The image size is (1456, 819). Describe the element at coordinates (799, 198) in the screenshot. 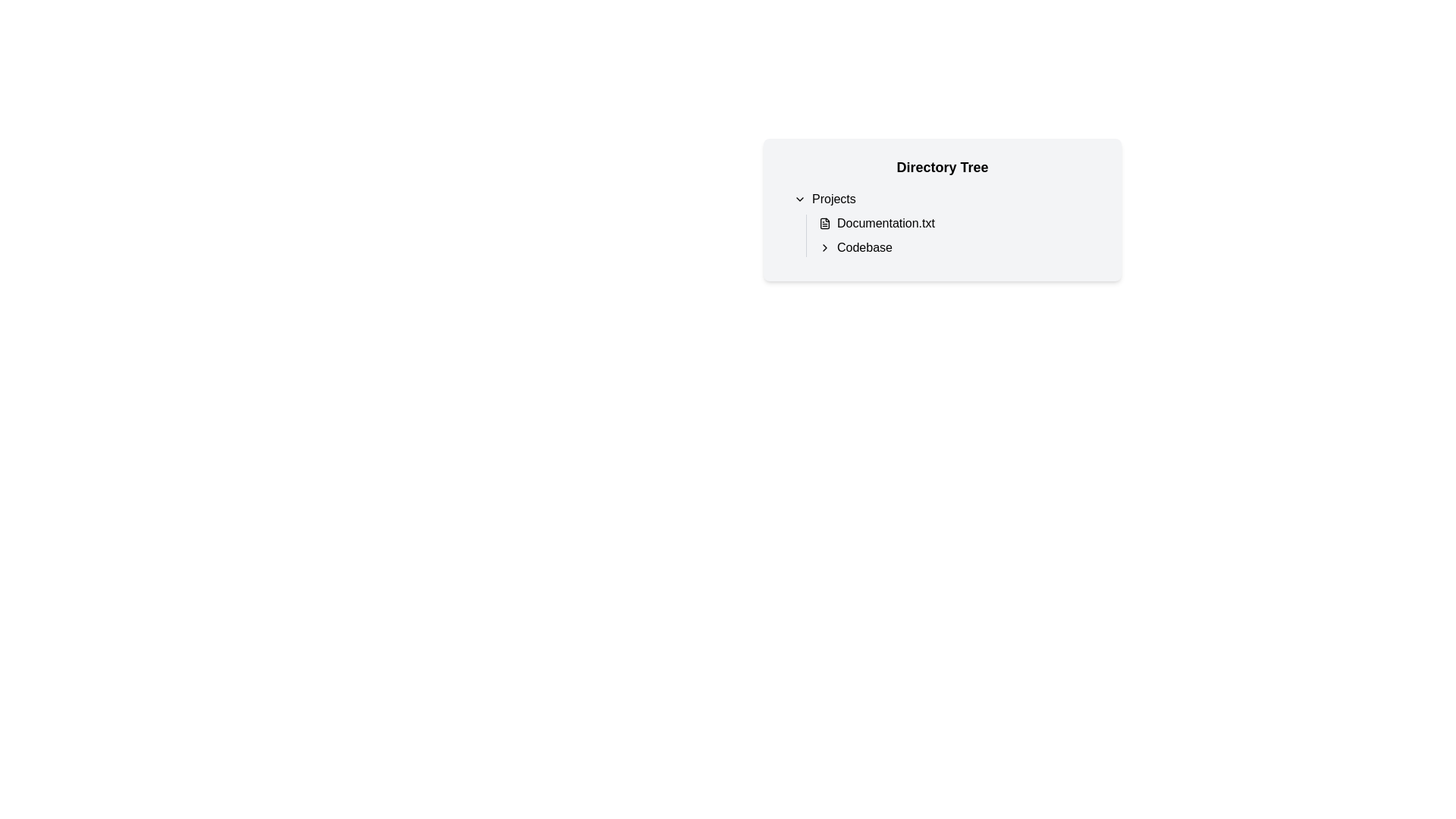

I see `the downward arrow icon located to the left of the 'Projects' label to trigger additional visual effects` at that location.